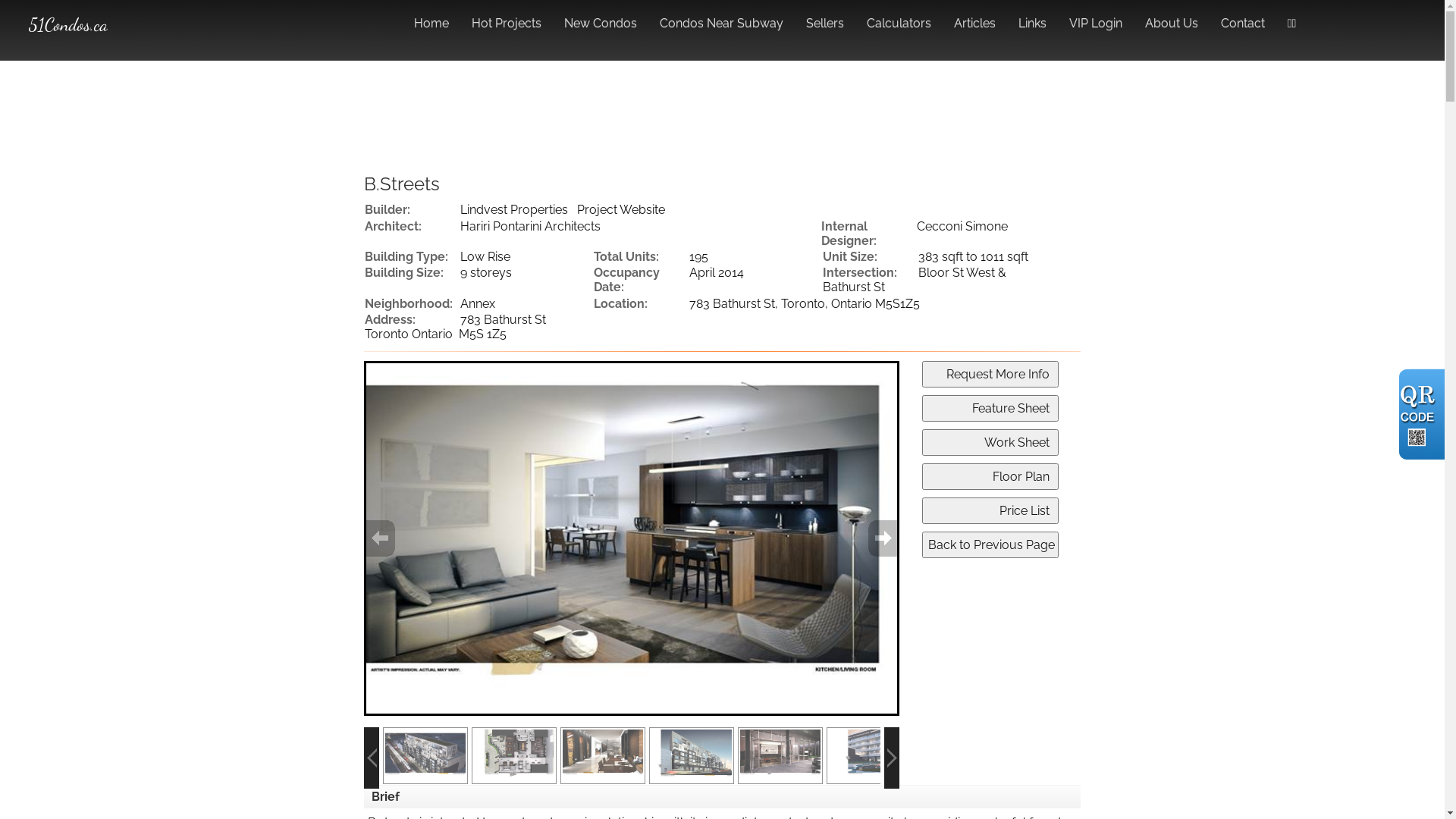 The height and width of the screenshot is (819, 1456). Describe the element at coordinates (921, 544) in the screenshot. I see `'Back to Previous Page'` at that location.